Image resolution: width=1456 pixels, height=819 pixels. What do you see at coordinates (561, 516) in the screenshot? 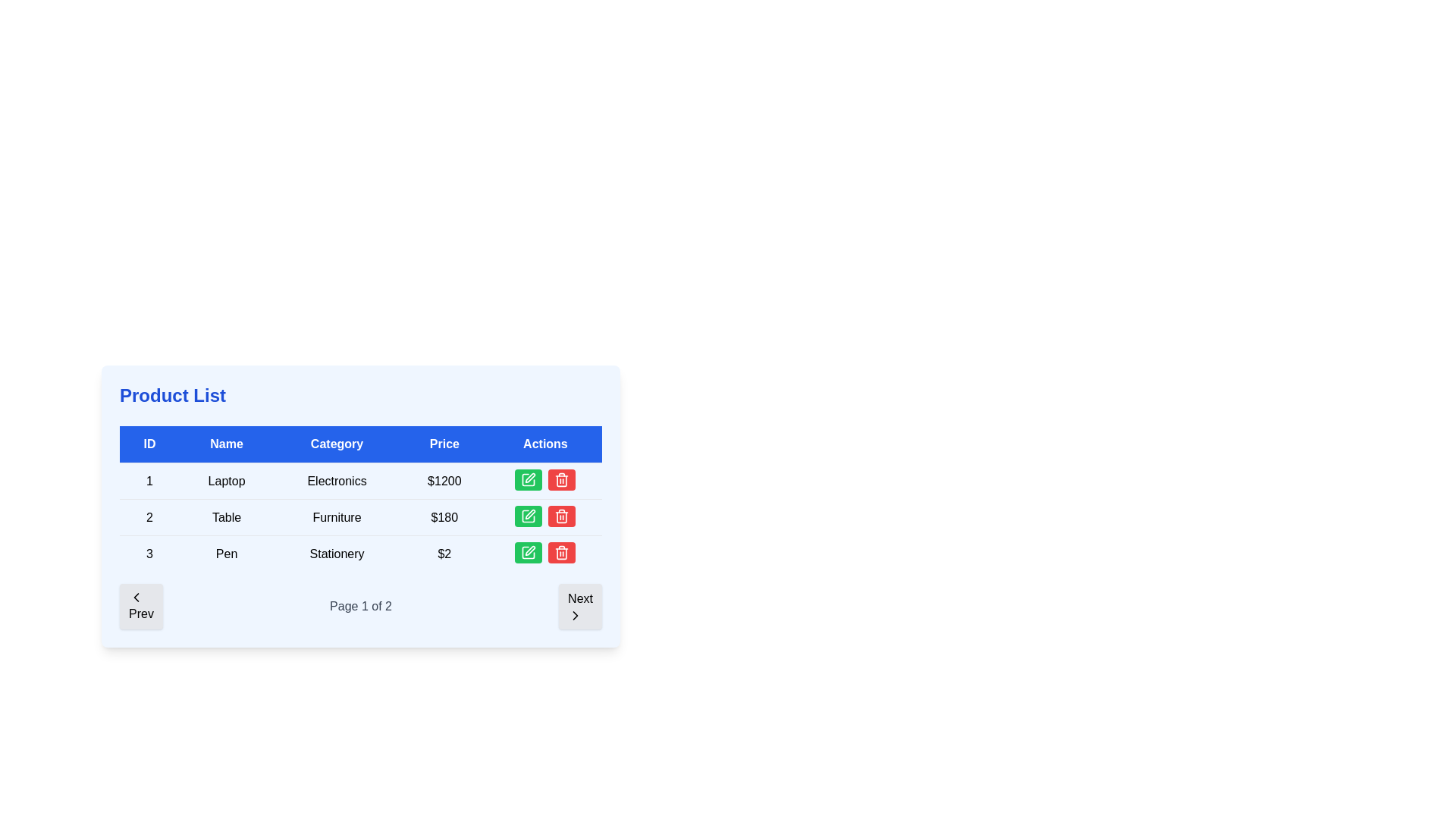
I see `the delete button located in the 'Actions' column for the 'Pen' entry in row 3 to initiate the delete action` at bounding box center [561, 516].